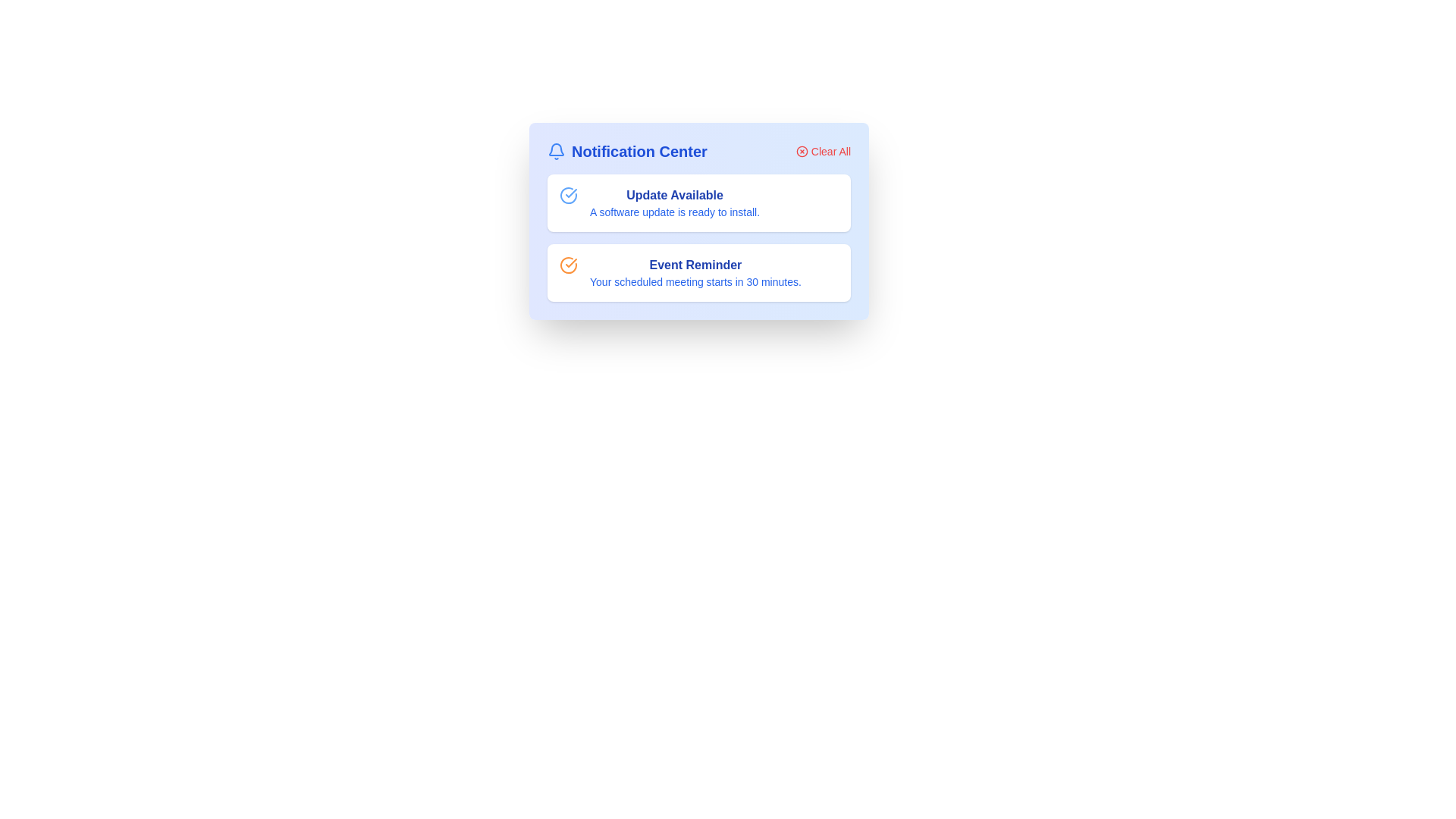 This screenshot has height=819, width=1456. I want to click on user notification message styled in blue that states 'A software update is ready to install.' This message is positioned below the bold header 'Update Available', so click(674, 212).